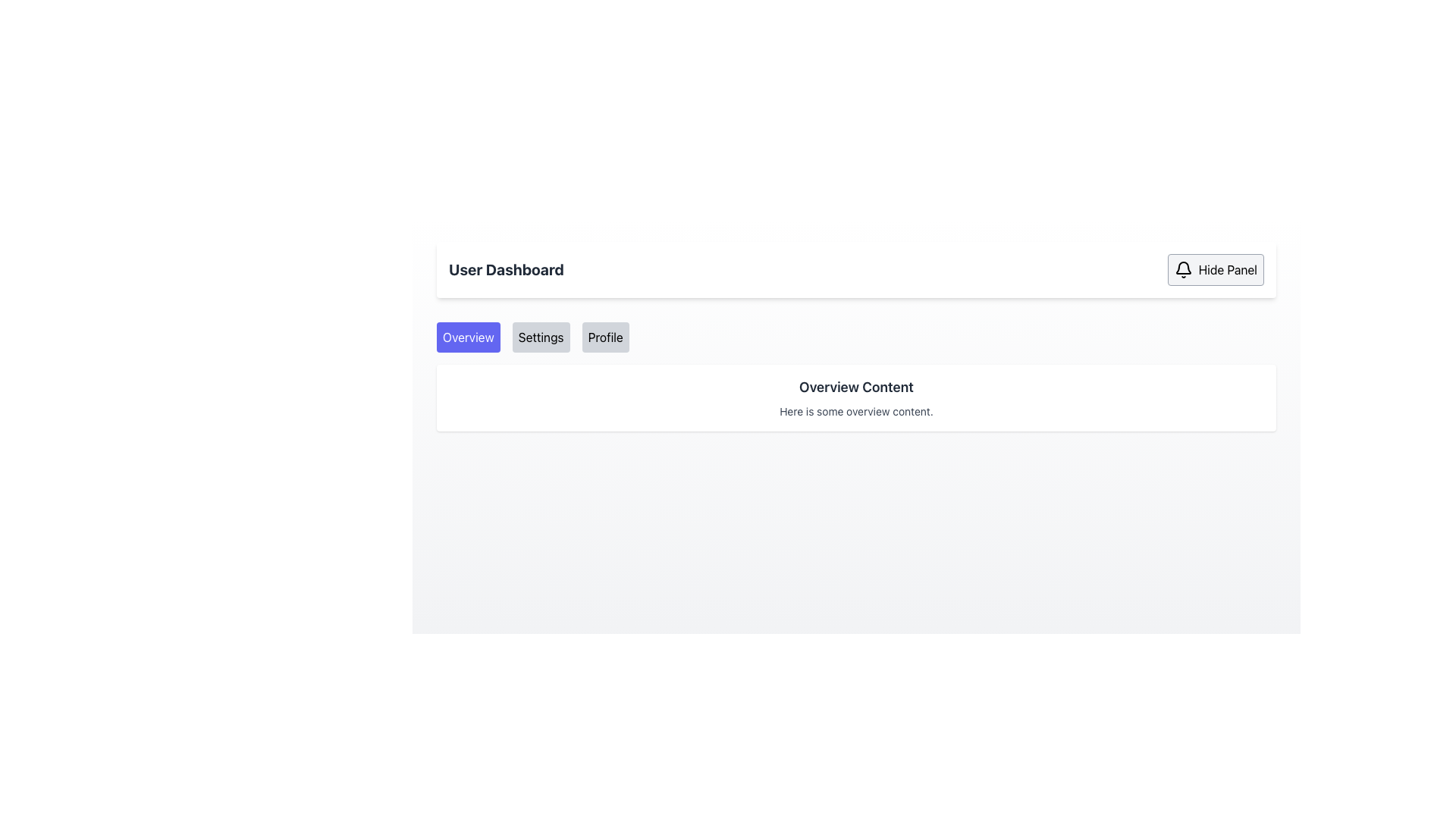 This screenshot has width=1456, height=819. I want to click on the bell icon located on the leftmost side of the 'Hide Panel' button in the top-right corner of the interface to indicate notifications or alerts, so click(1182, 268).